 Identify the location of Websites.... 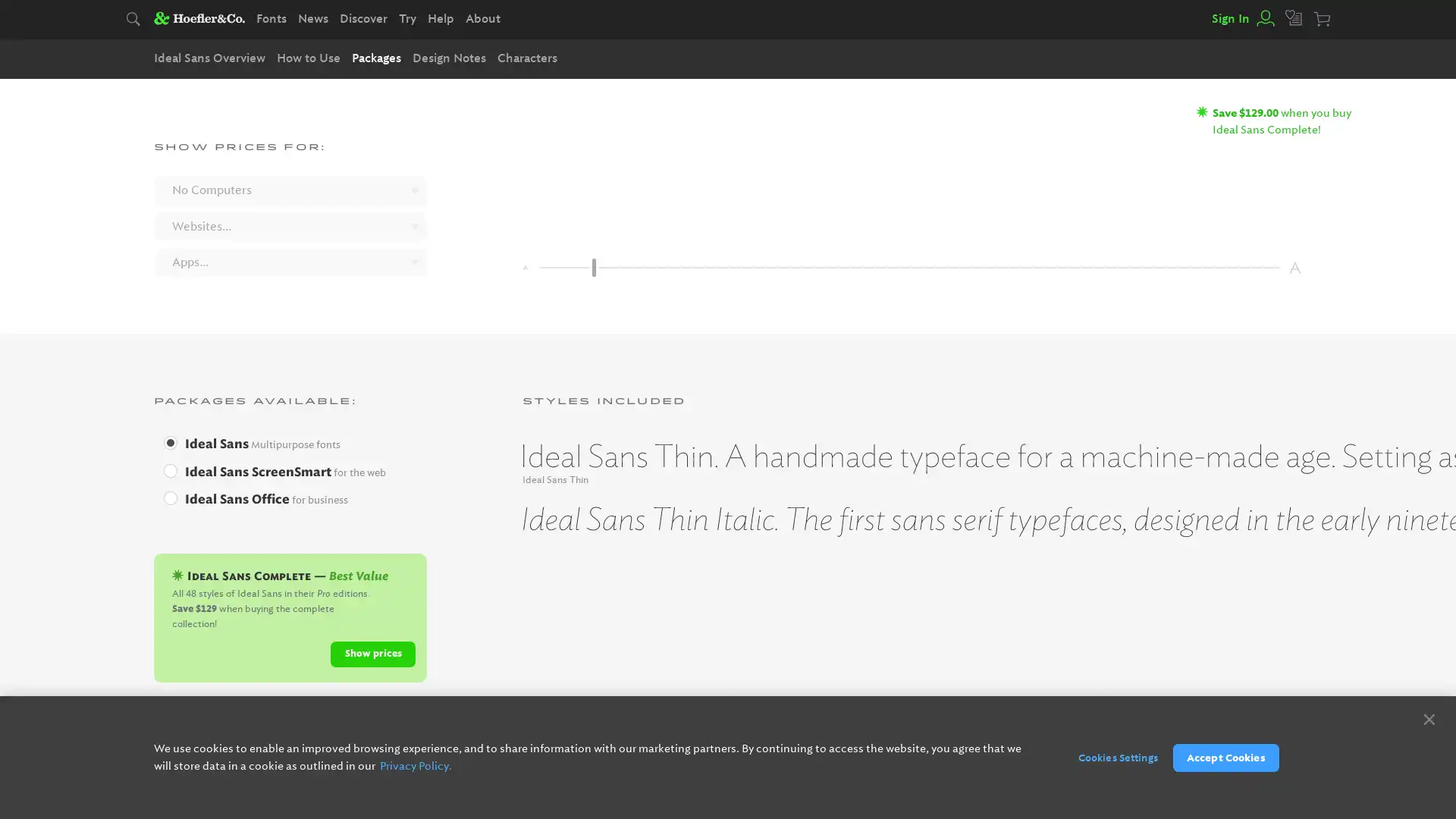
(290, 227).